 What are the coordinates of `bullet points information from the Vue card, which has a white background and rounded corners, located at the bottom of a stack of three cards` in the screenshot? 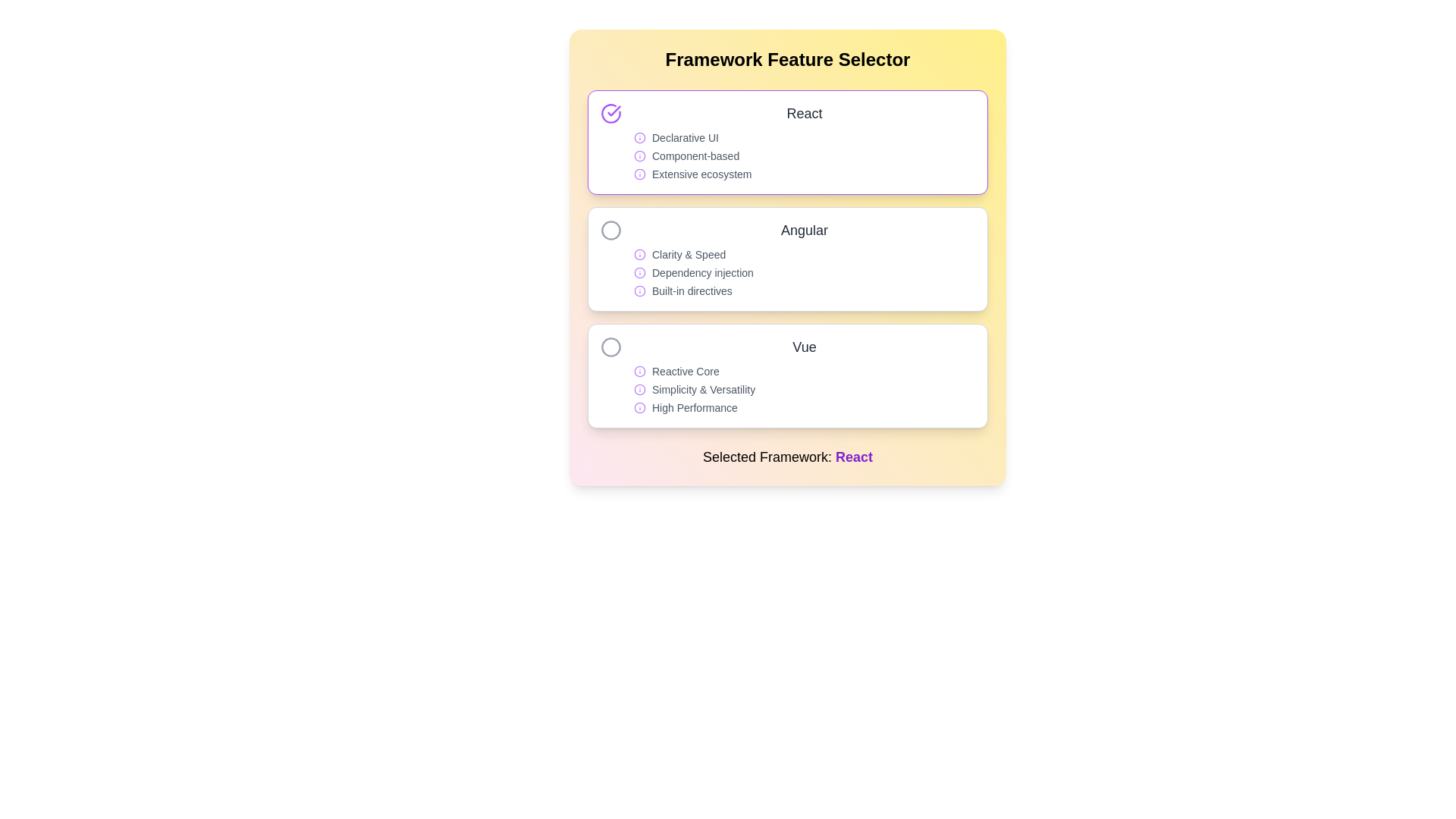 It's located at (787, 375).